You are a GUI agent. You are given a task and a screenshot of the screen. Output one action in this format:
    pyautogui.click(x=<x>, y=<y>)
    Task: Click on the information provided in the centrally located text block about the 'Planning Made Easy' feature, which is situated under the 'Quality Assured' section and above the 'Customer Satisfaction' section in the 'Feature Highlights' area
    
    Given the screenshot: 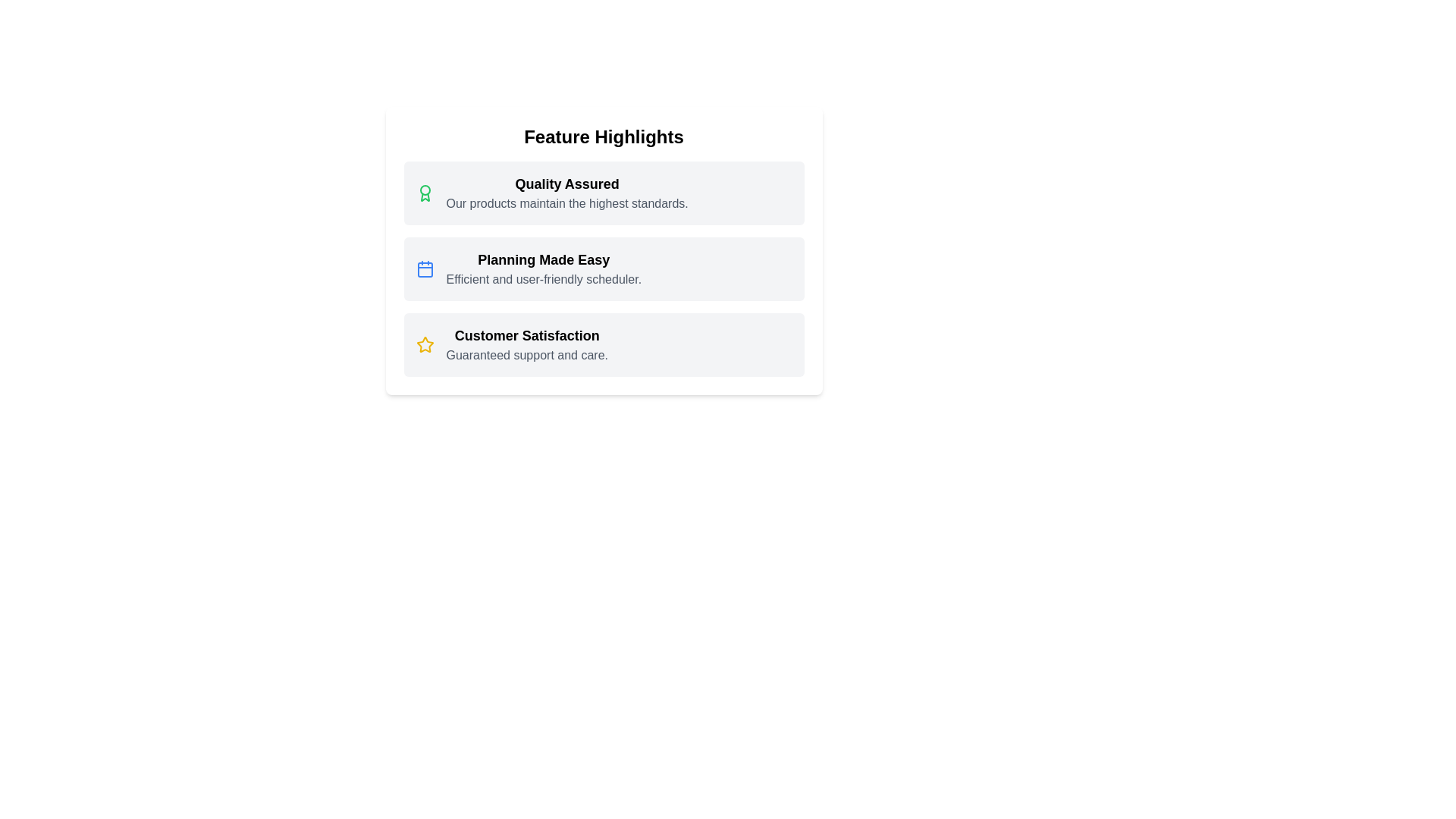 What is the action you would take?
    pyautogui.click(x=544, y=268)
    